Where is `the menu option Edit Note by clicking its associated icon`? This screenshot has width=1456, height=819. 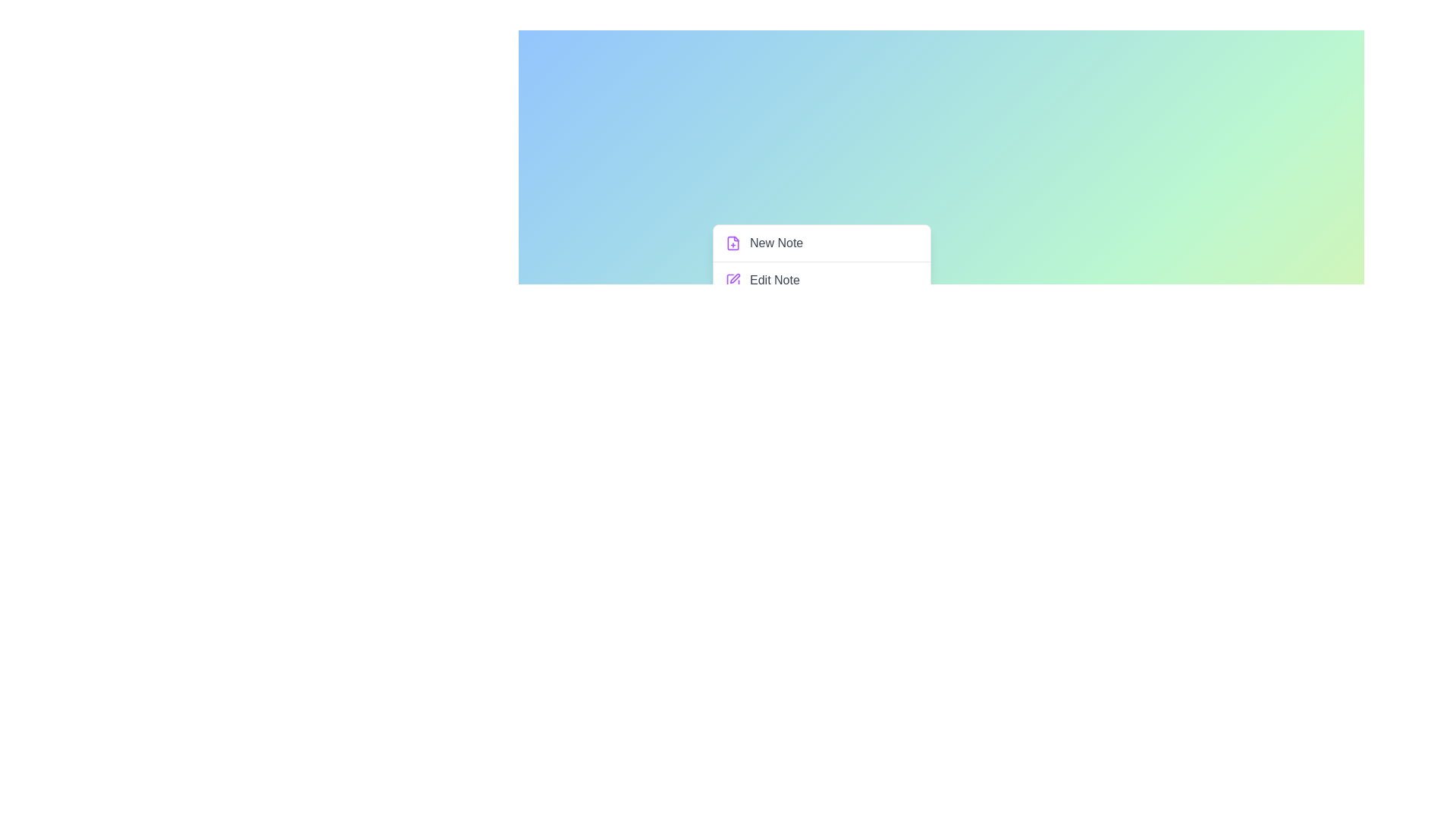
the menu option Edit Note by clicking its associated icon is located at coordinates (733, 281).